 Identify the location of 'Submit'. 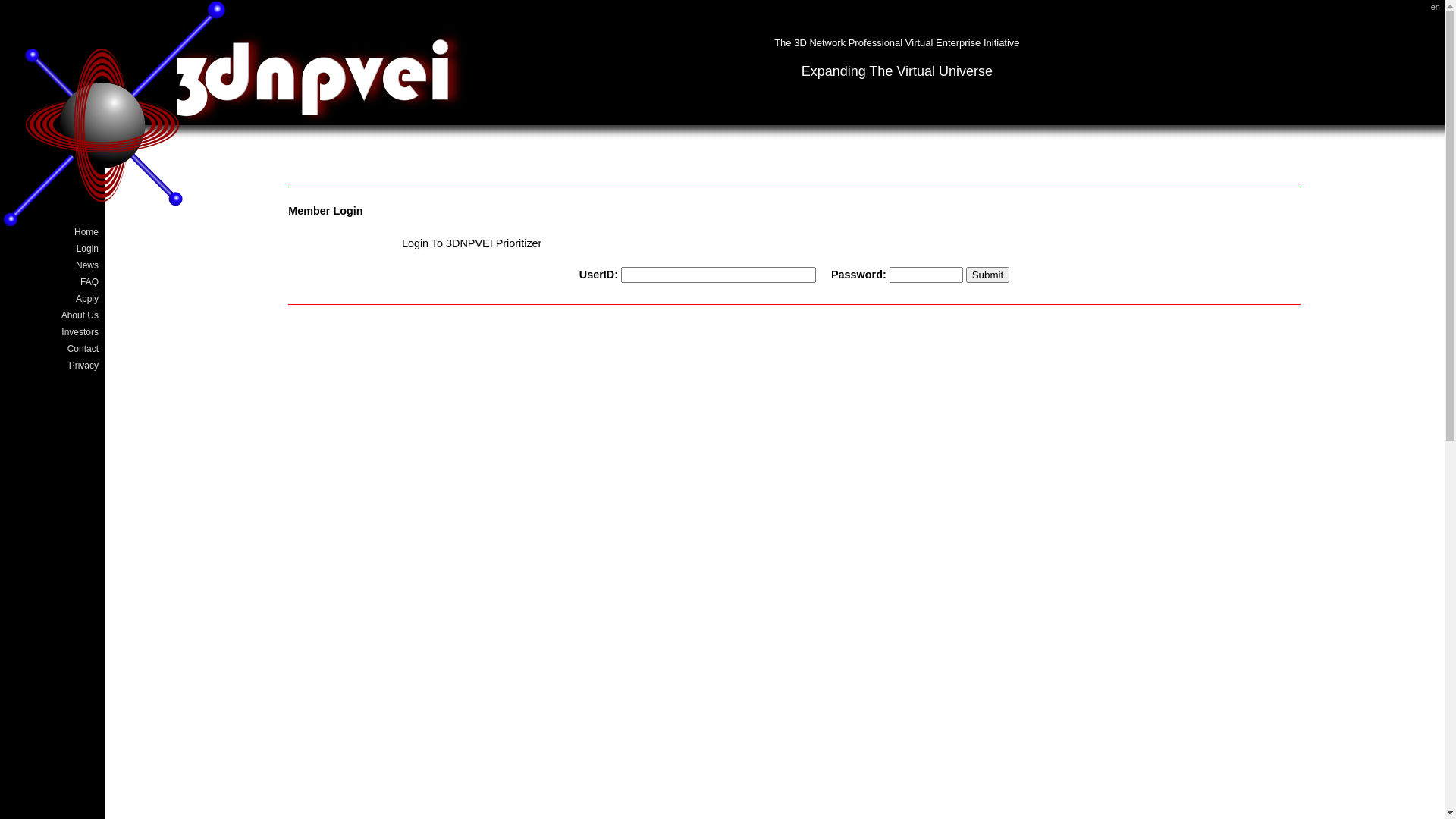
(987, 275).